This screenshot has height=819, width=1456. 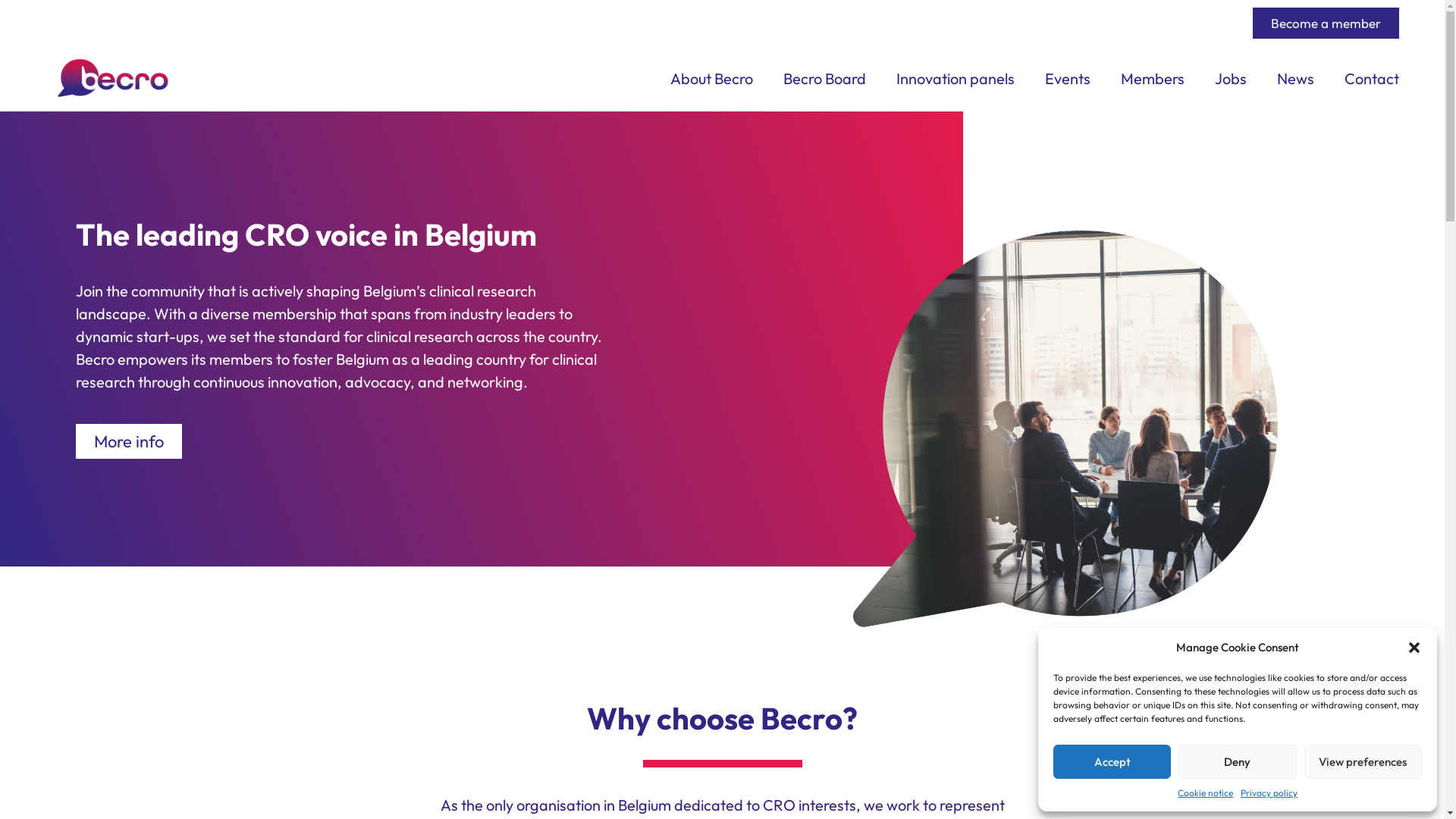 I want to click on 'Events', so click(x=1066, y=79).